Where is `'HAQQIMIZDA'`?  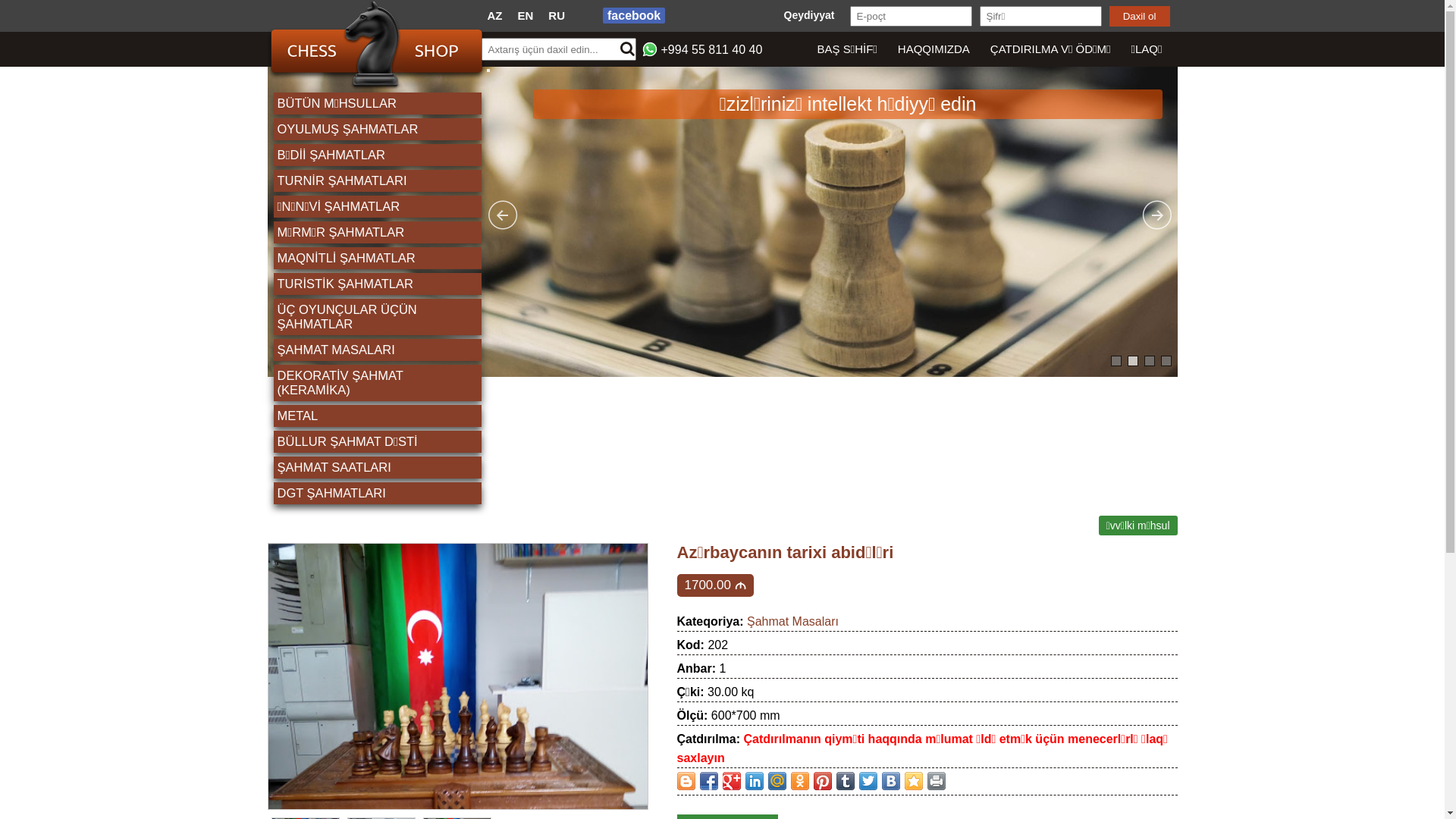
'HAQQIMIZDA' is located at coordinates (932, 49).